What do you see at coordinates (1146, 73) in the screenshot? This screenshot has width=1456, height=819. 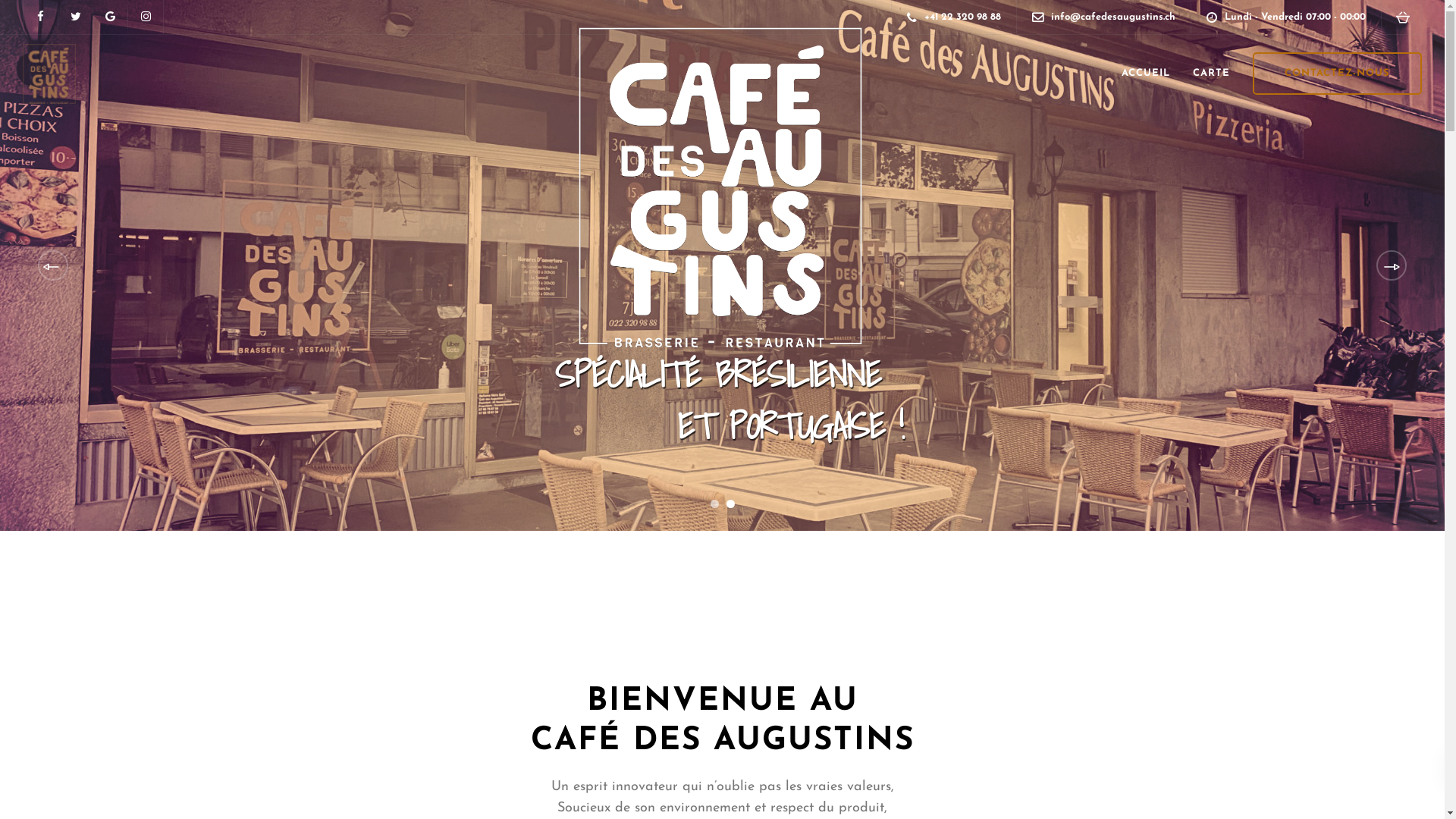 I see `'ACCUEIL'` at bounding box center [1146, 73].